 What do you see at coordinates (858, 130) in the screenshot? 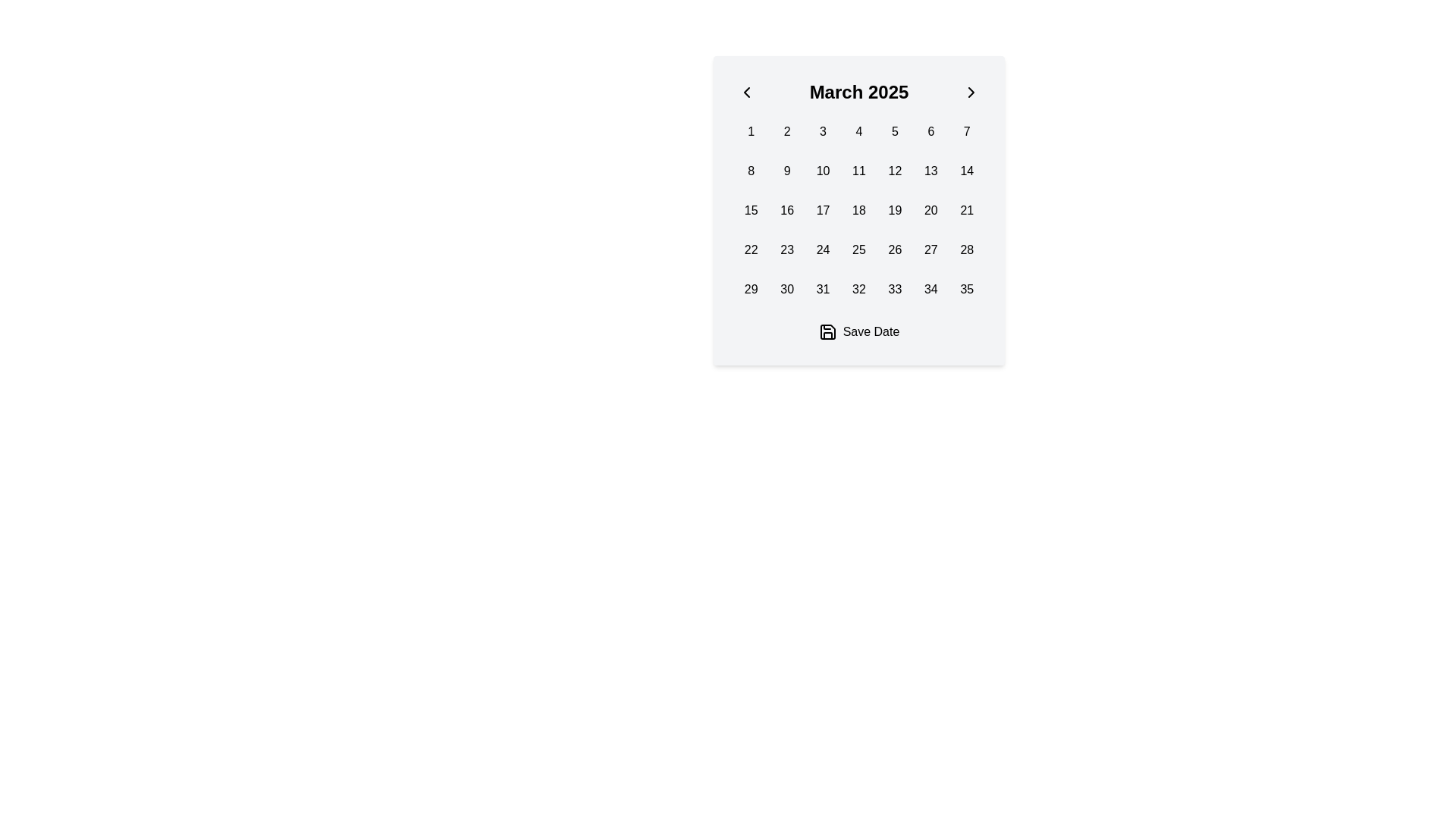
I see `the button representing day '4' in the calendar interface` at bounding box center [858, 130].